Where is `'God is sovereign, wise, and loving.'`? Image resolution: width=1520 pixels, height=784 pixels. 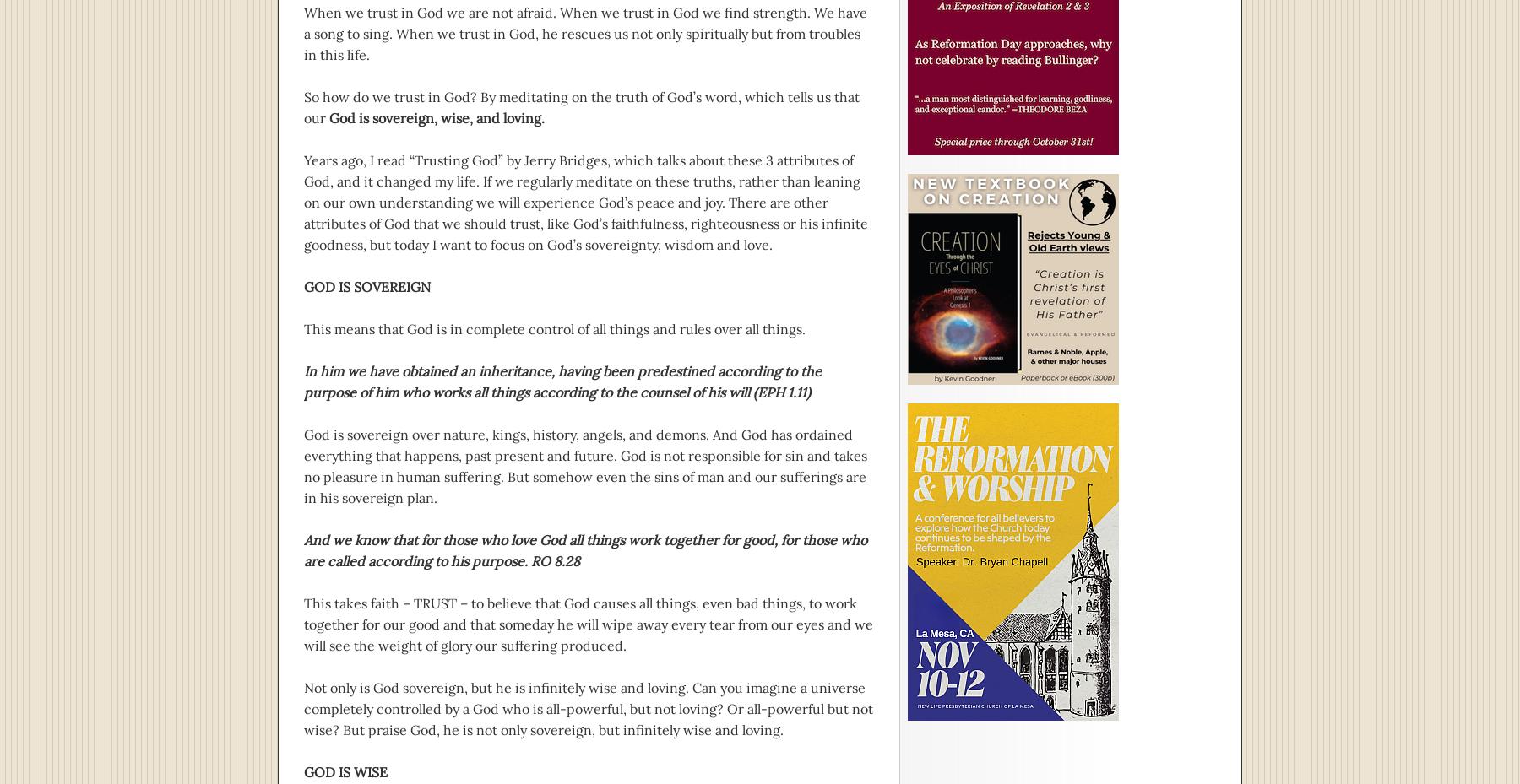
'God is sovereign, wise, and loving.' is located at coordinates (436, 118).